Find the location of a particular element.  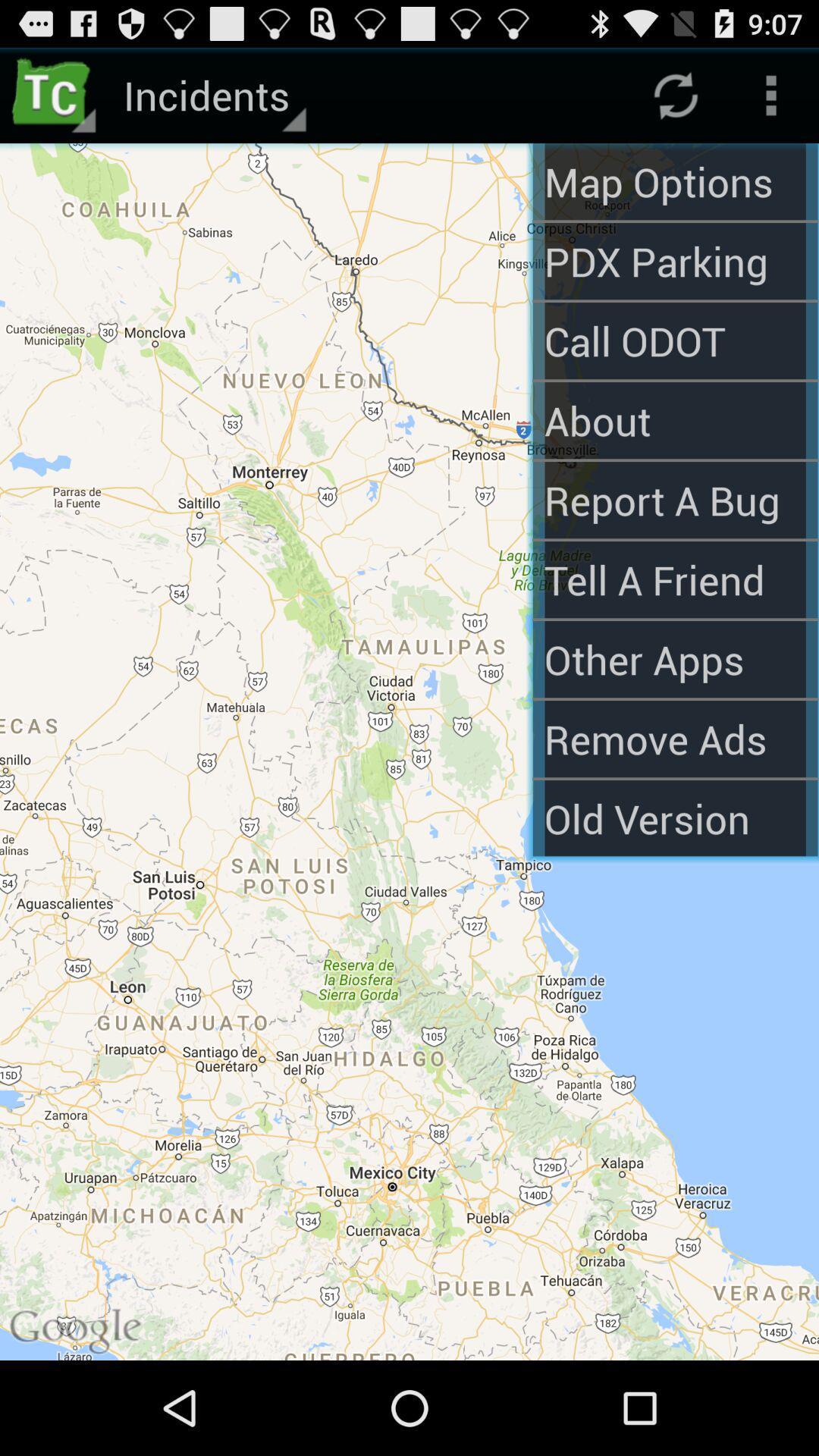

the about option is located at coordinates (674, 420).